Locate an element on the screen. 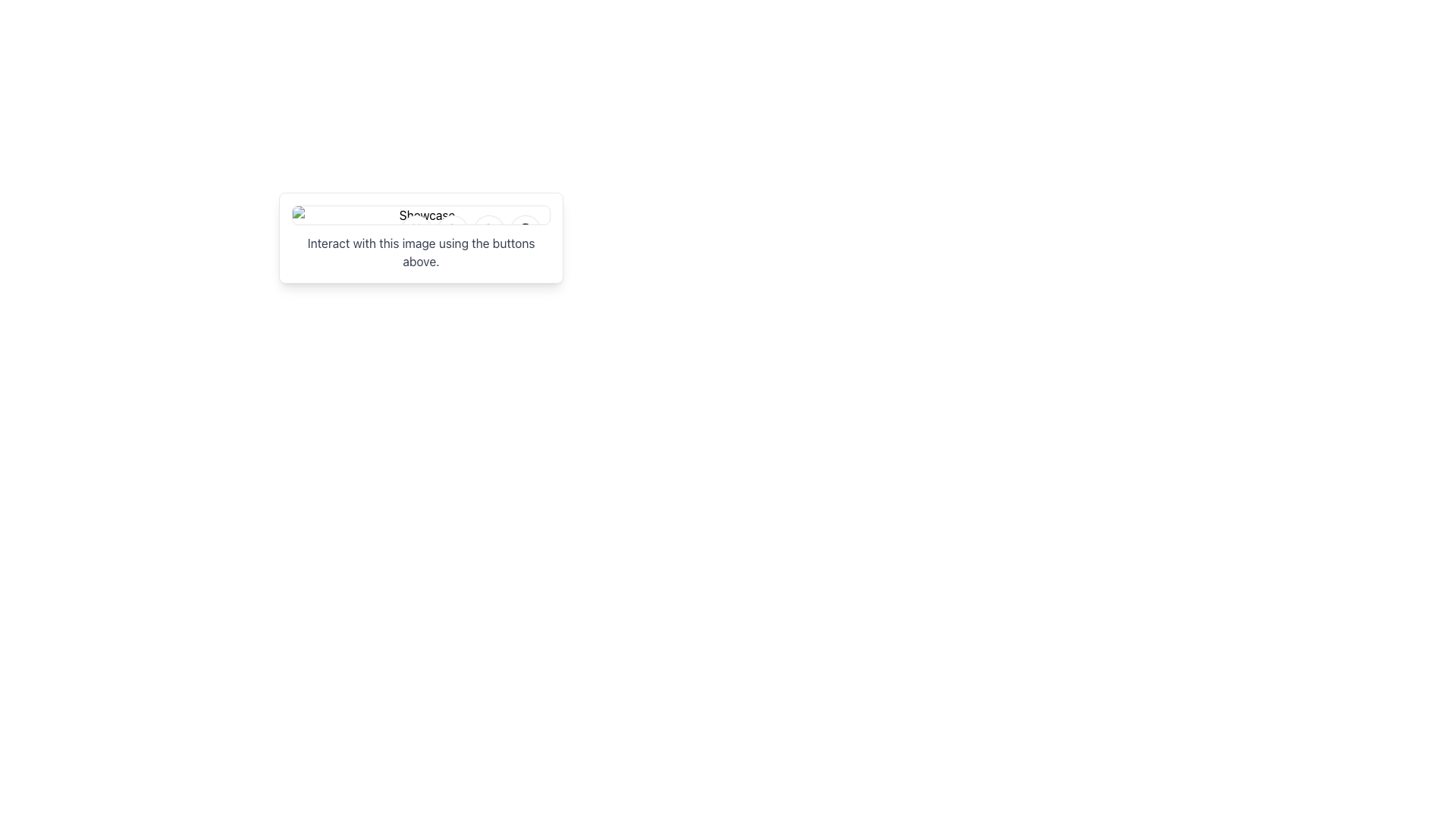  the circular button with an information icon located at the top-right corner of the interface to observe its hover effects is located at coordinates (525, 231).